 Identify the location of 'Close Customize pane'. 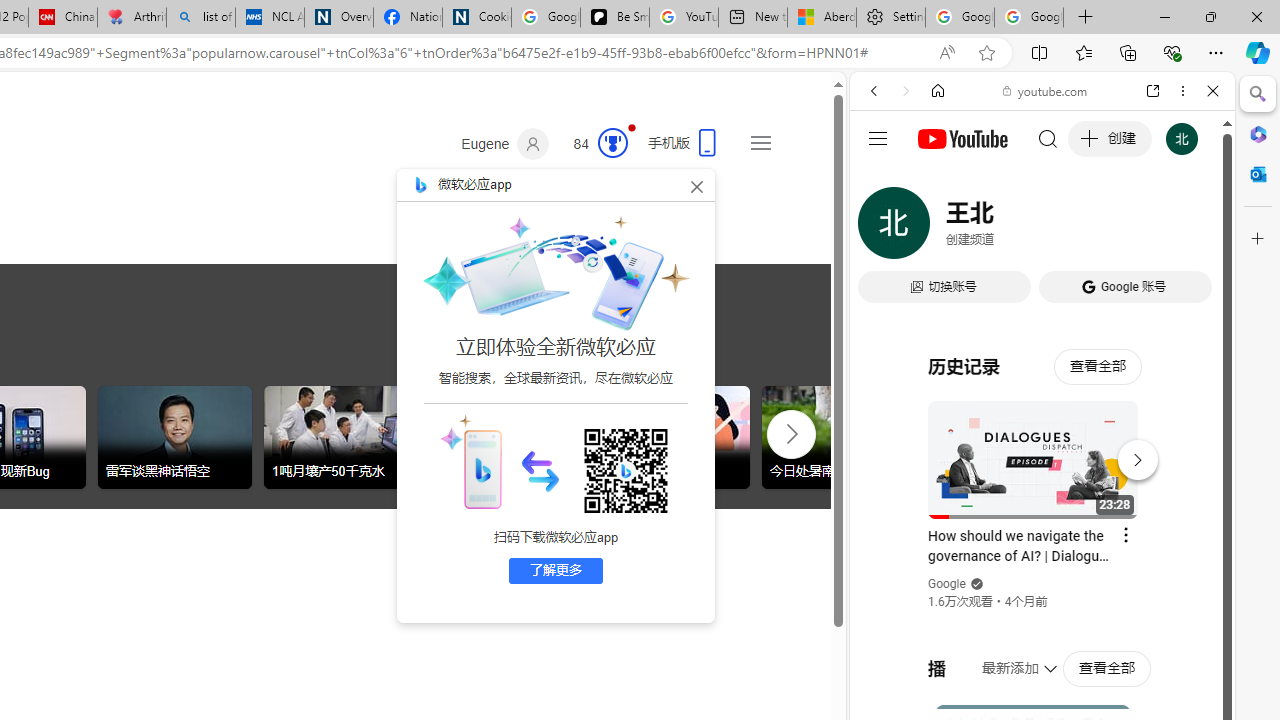
(1257, 238).